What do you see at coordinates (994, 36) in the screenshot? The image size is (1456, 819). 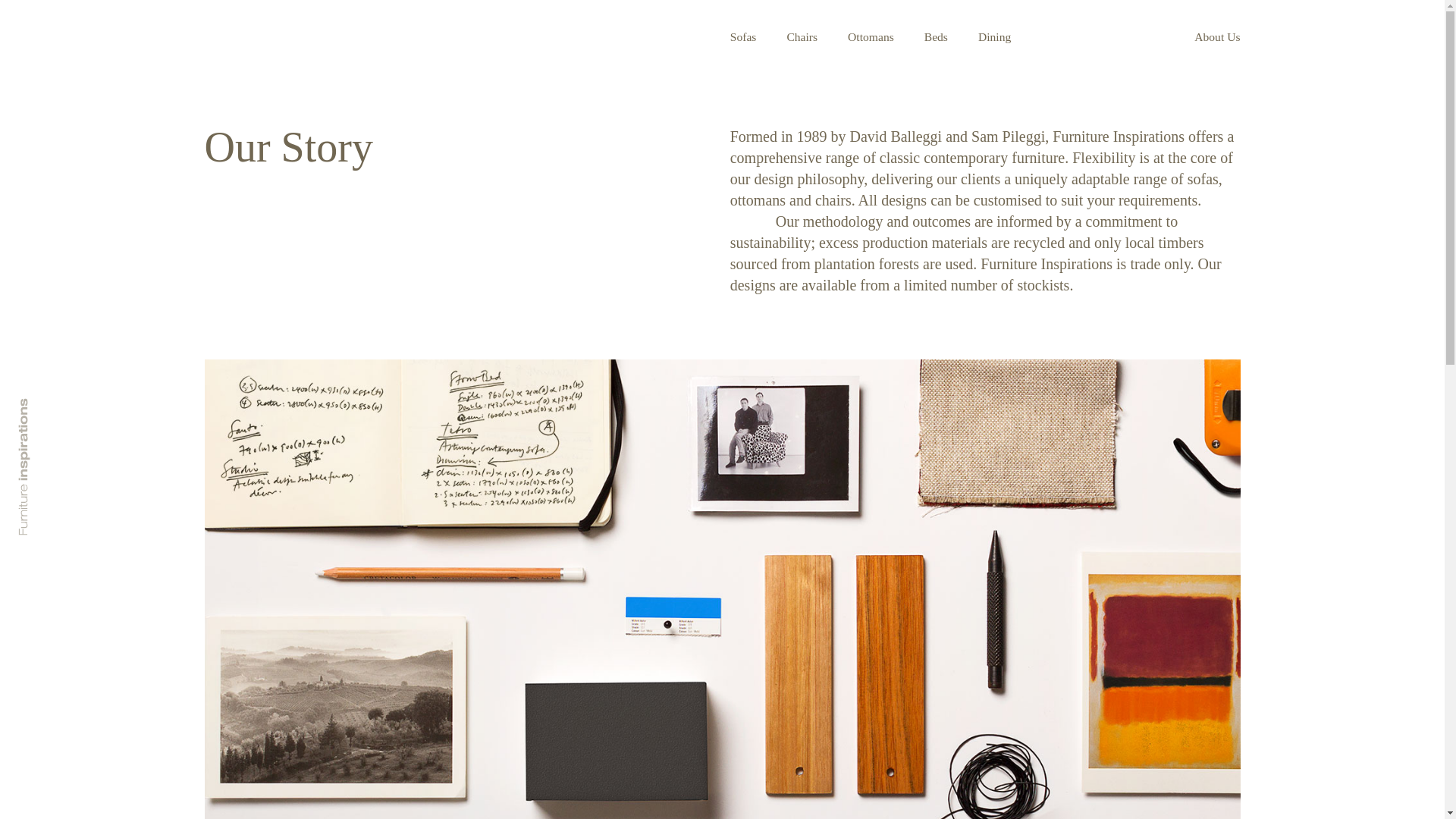 I see `'Dining'` at bounding box center [994, 36].